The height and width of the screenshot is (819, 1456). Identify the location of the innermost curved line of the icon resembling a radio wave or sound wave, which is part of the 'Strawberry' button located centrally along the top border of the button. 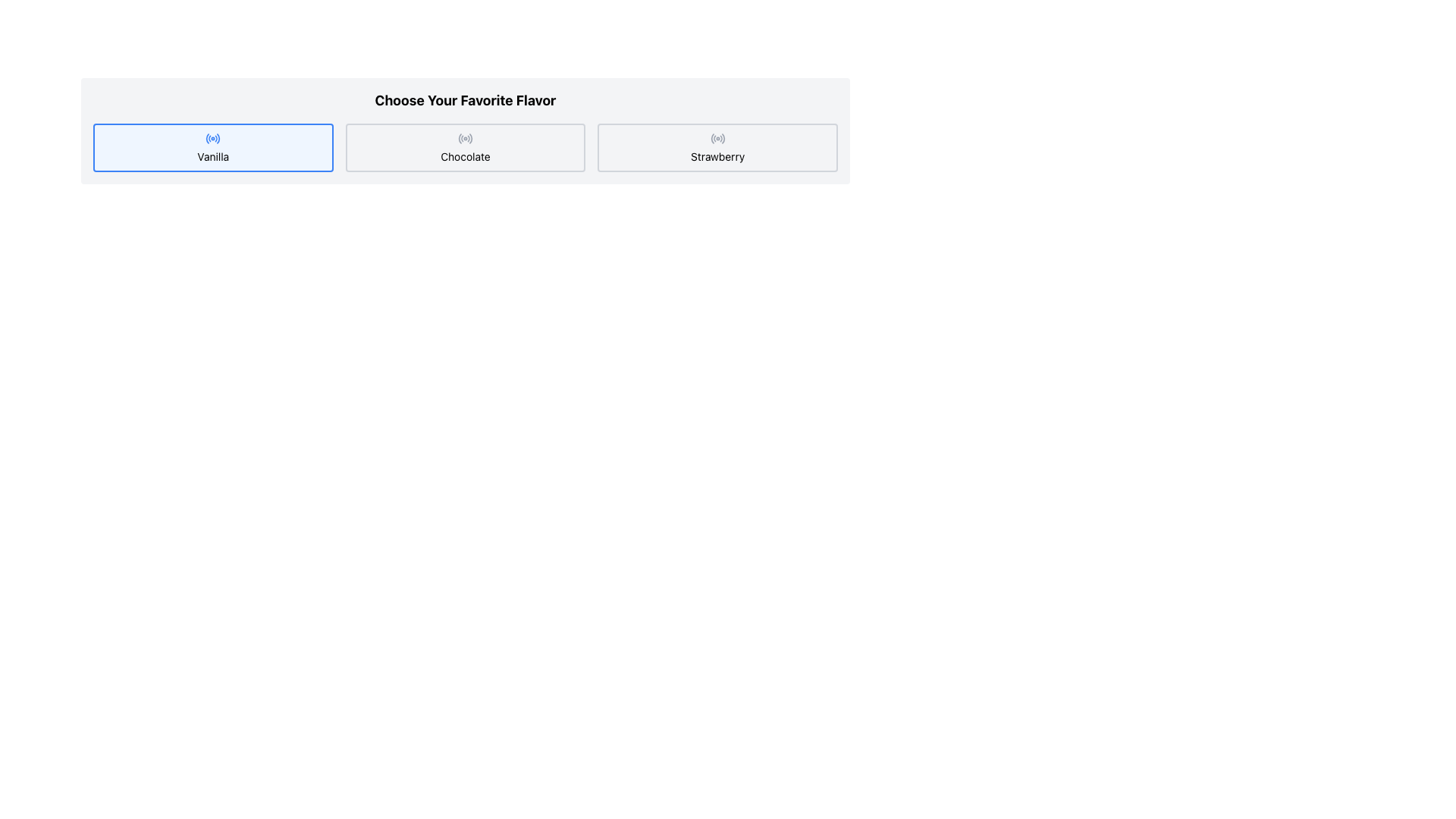
(711, 138).